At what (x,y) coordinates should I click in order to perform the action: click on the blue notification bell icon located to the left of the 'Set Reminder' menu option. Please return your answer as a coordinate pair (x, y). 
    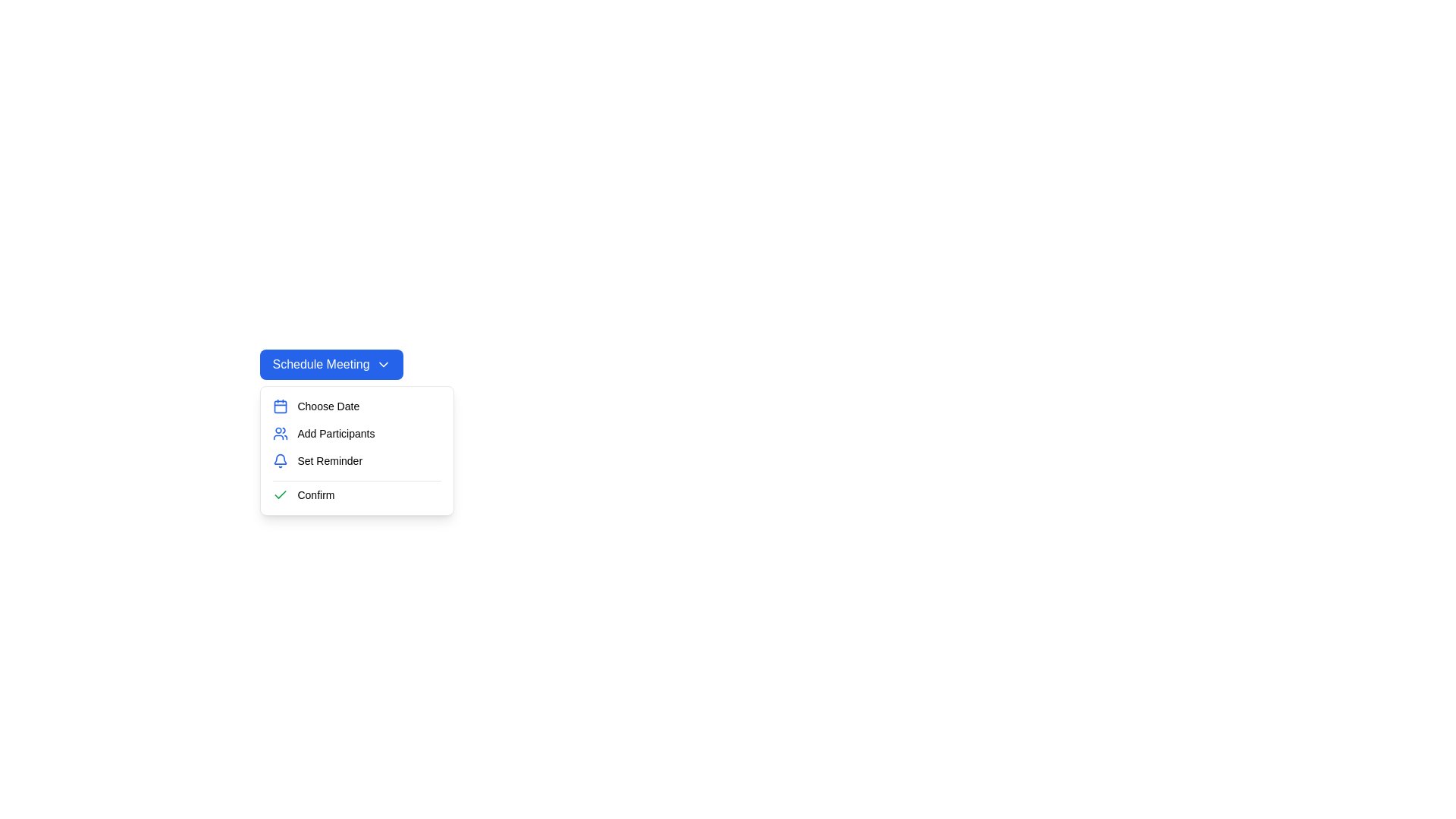
    Looking at the image, I should click on (281, 460).